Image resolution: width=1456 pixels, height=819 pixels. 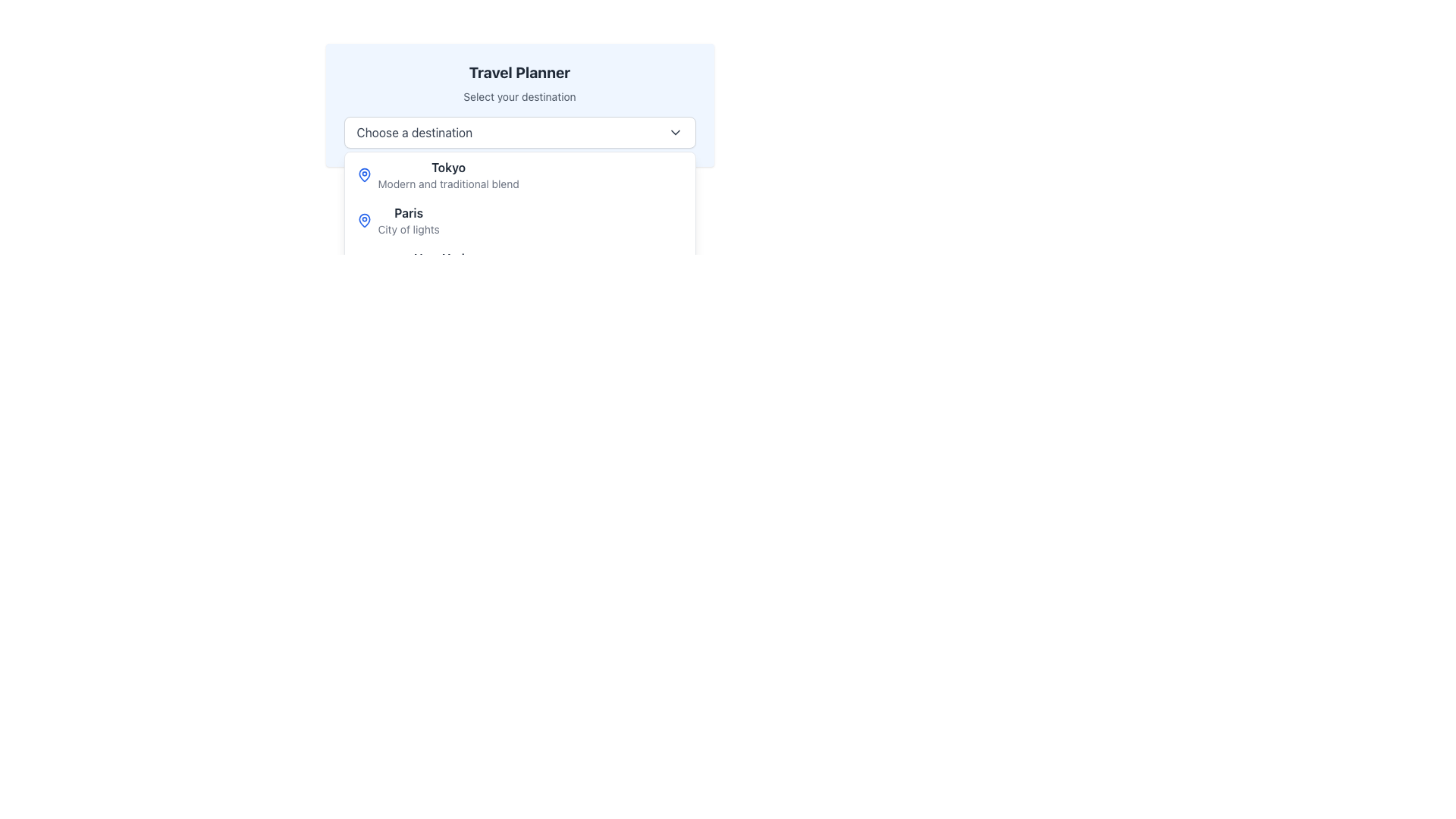 I want to click on the second item in the dropdown list for selecting the destination 'Paris' in the travel planner, so click(x=519, y=220).